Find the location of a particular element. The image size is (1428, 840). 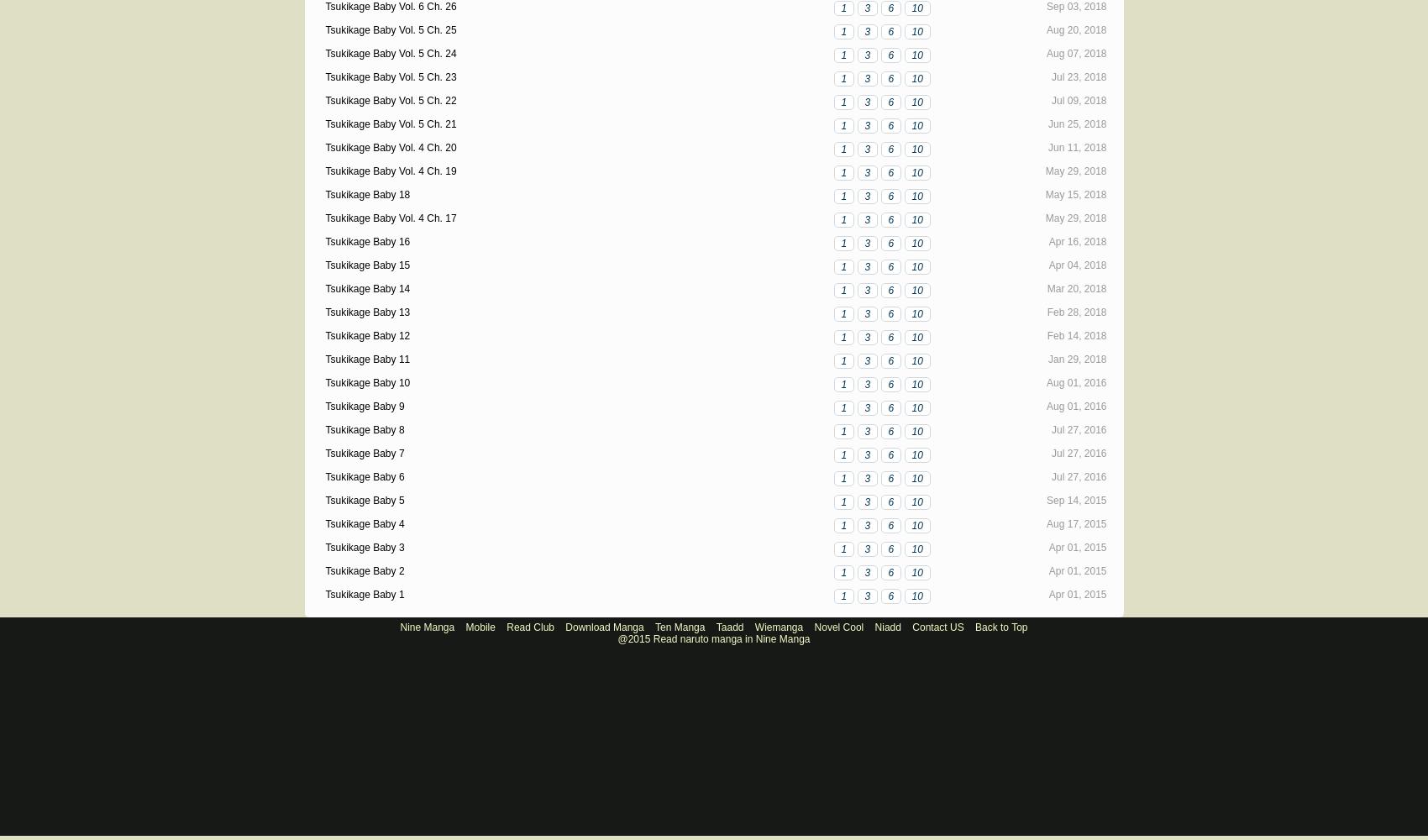

'Mobile' is located at coordinates (479, 627).